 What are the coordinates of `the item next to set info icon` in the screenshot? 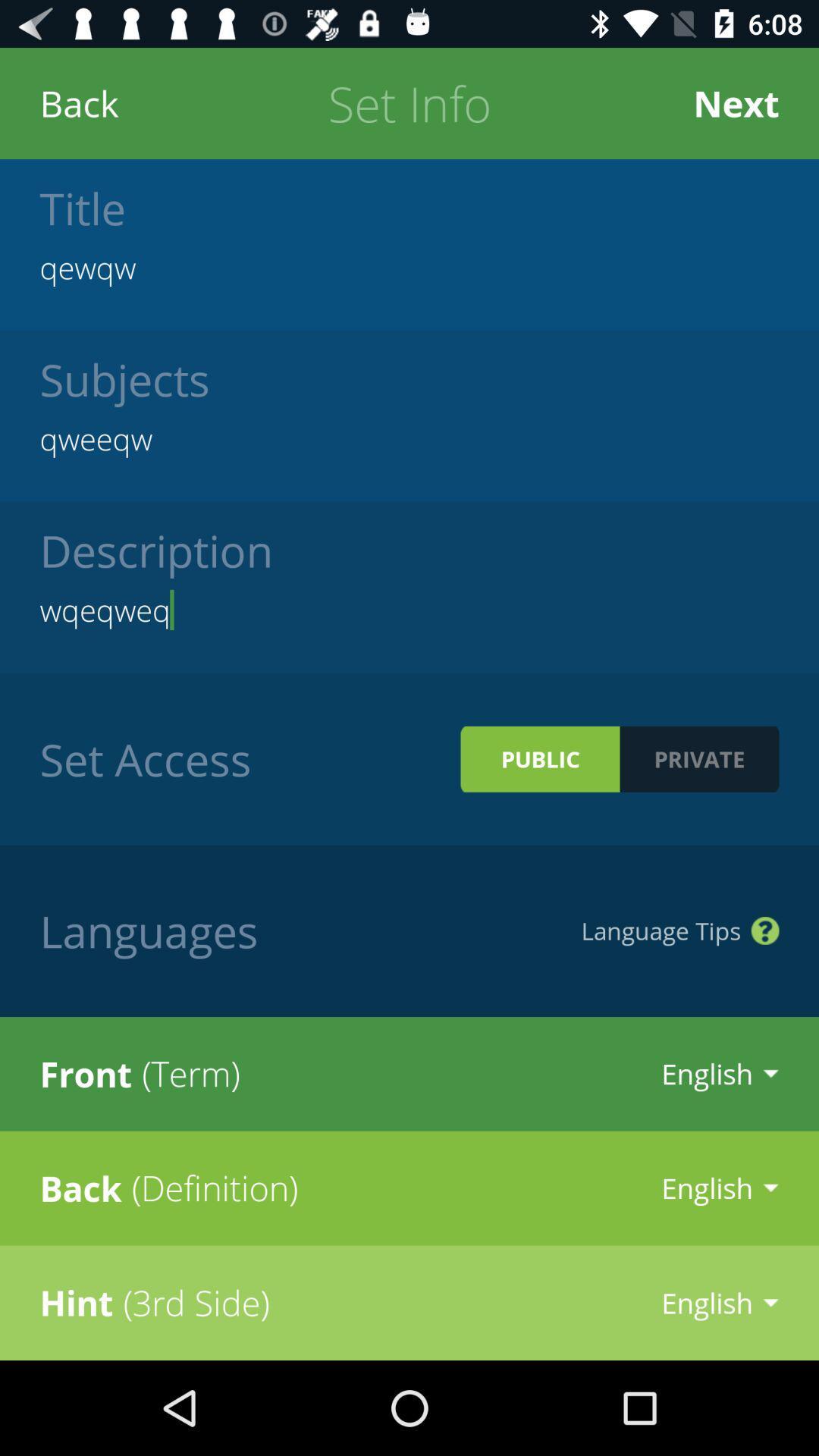 It's located at (735, 102).